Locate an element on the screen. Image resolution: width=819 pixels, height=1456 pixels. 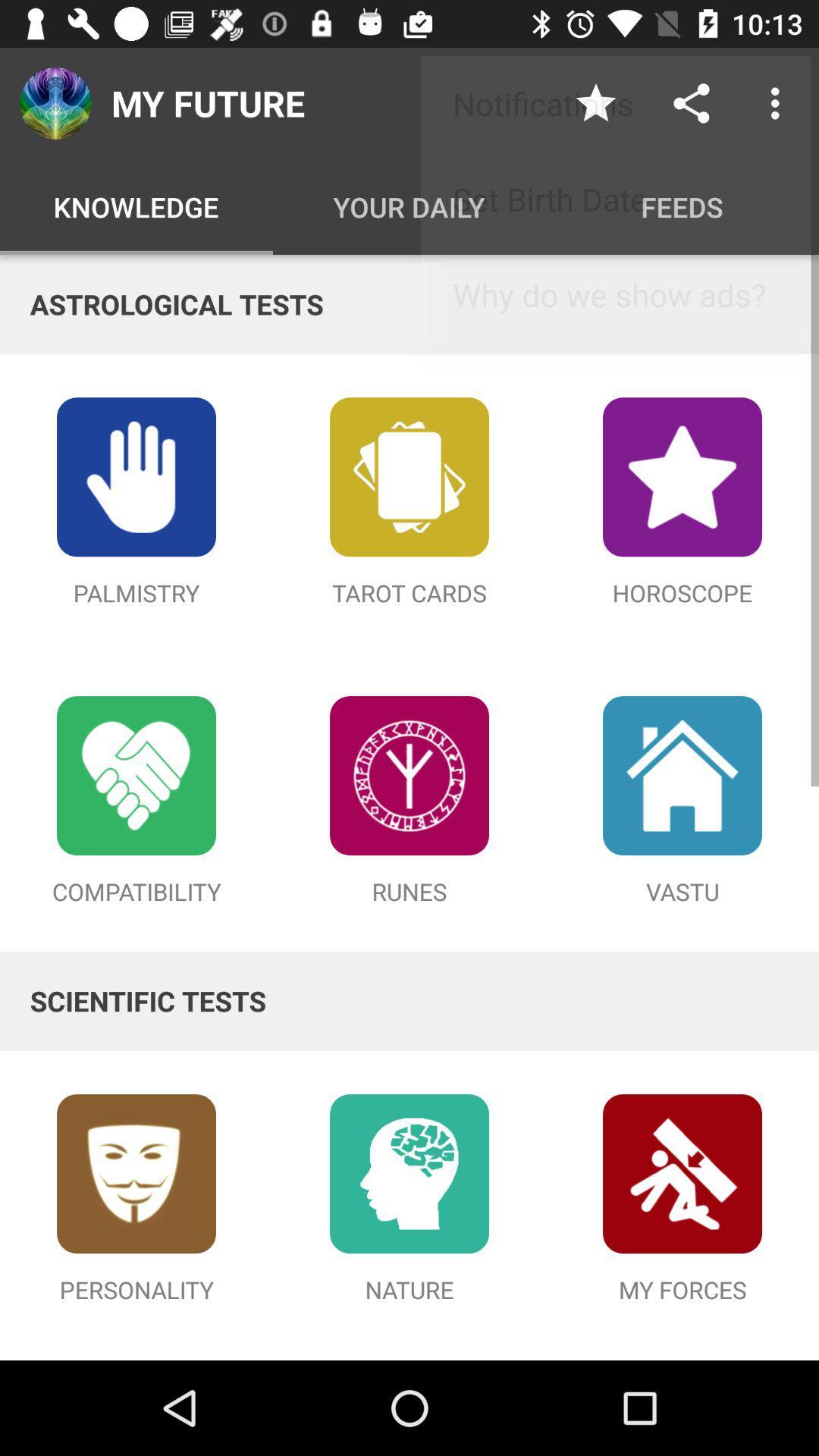
the icon to the right of the my future icon is located at coordinates (595, 102).